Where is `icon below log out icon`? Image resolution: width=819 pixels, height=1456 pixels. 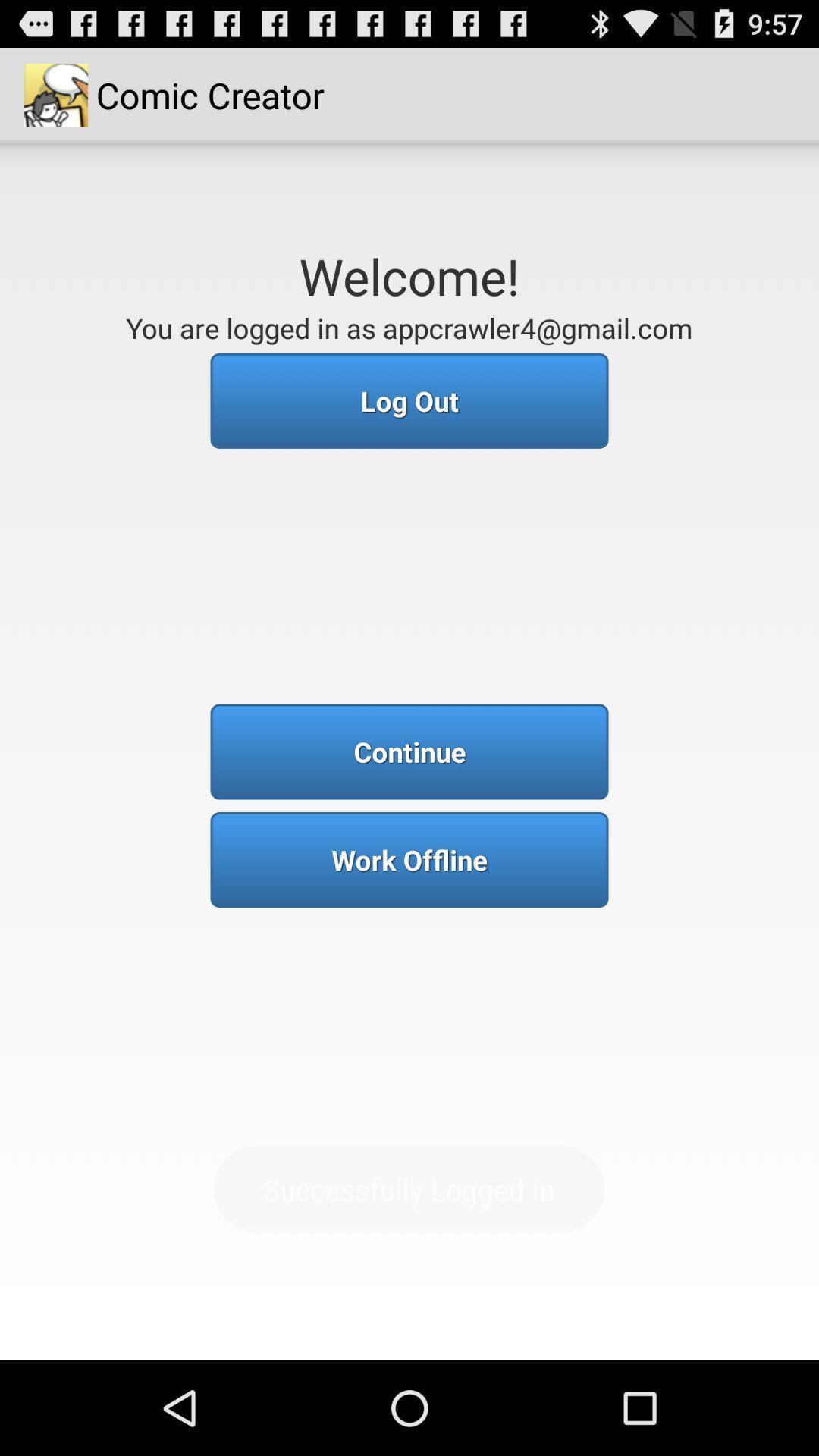
icon below log out icon is located at coordinates (409, 752).